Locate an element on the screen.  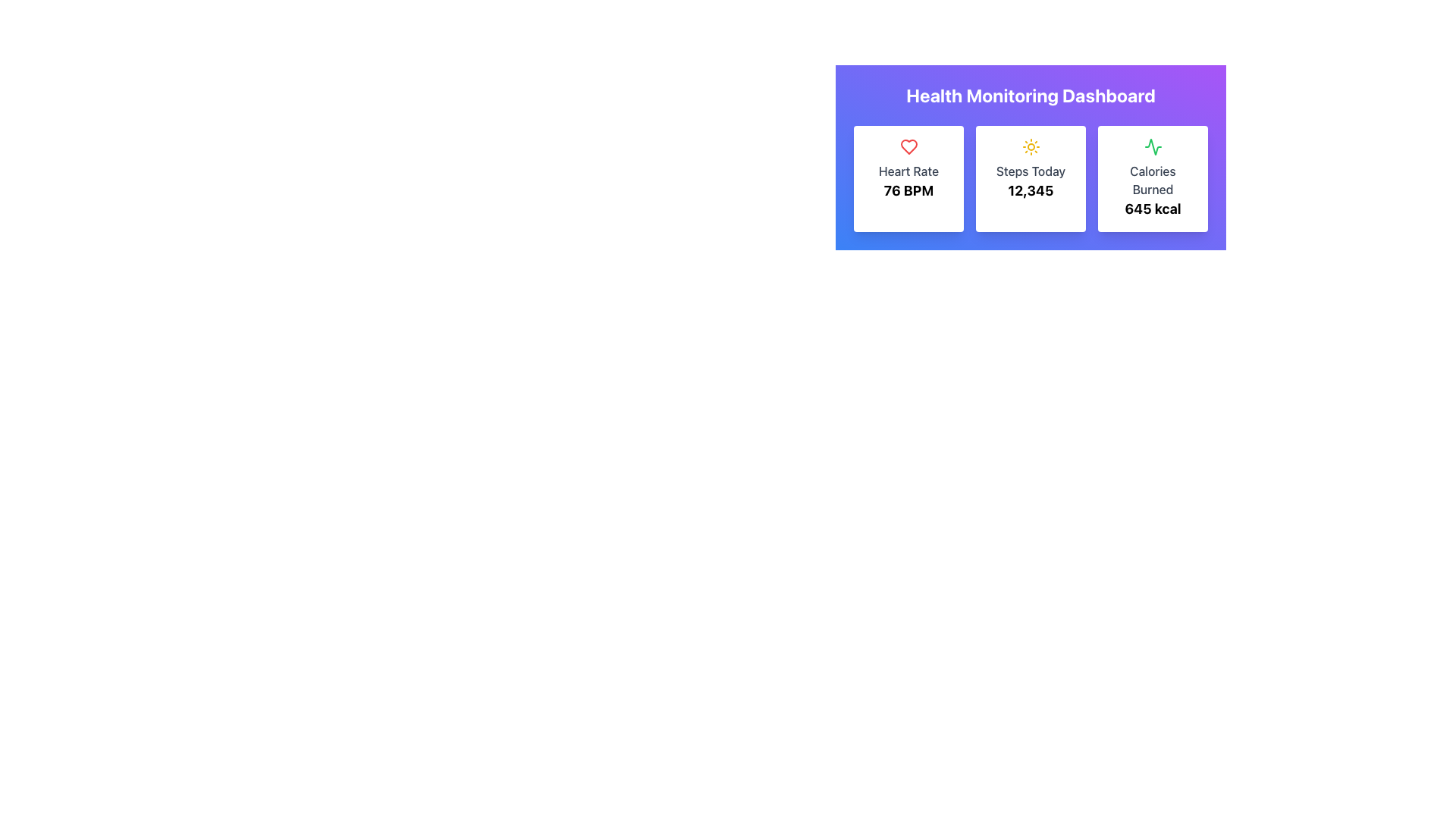
the bold, large-text number '12,345' displayed in black within the light-toned rectangular card labeled 'Steps Today' for dynamic interactions is located at coordinates (1031, 190).